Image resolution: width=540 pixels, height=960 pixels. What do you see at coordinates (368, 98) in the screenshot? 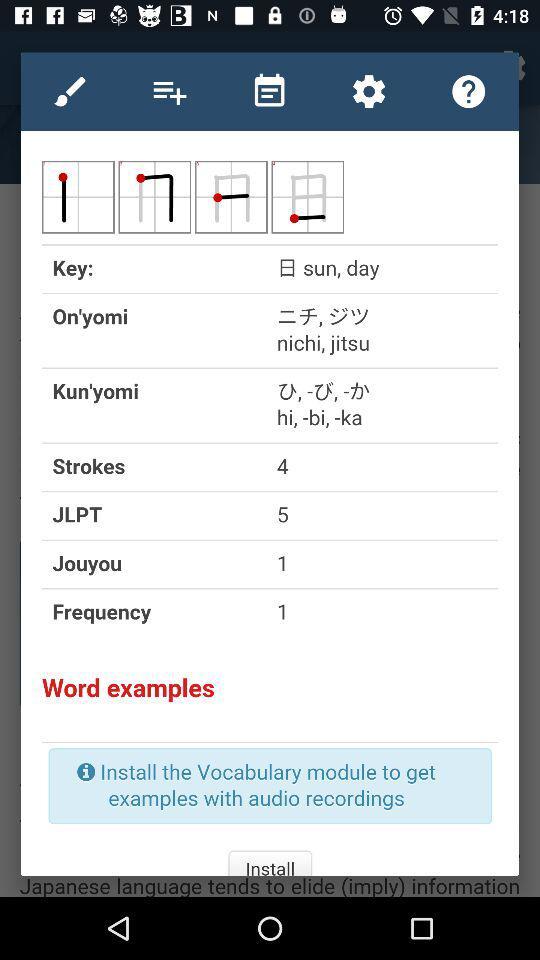
I see `the settings icon` at bounding box center [368, 98].